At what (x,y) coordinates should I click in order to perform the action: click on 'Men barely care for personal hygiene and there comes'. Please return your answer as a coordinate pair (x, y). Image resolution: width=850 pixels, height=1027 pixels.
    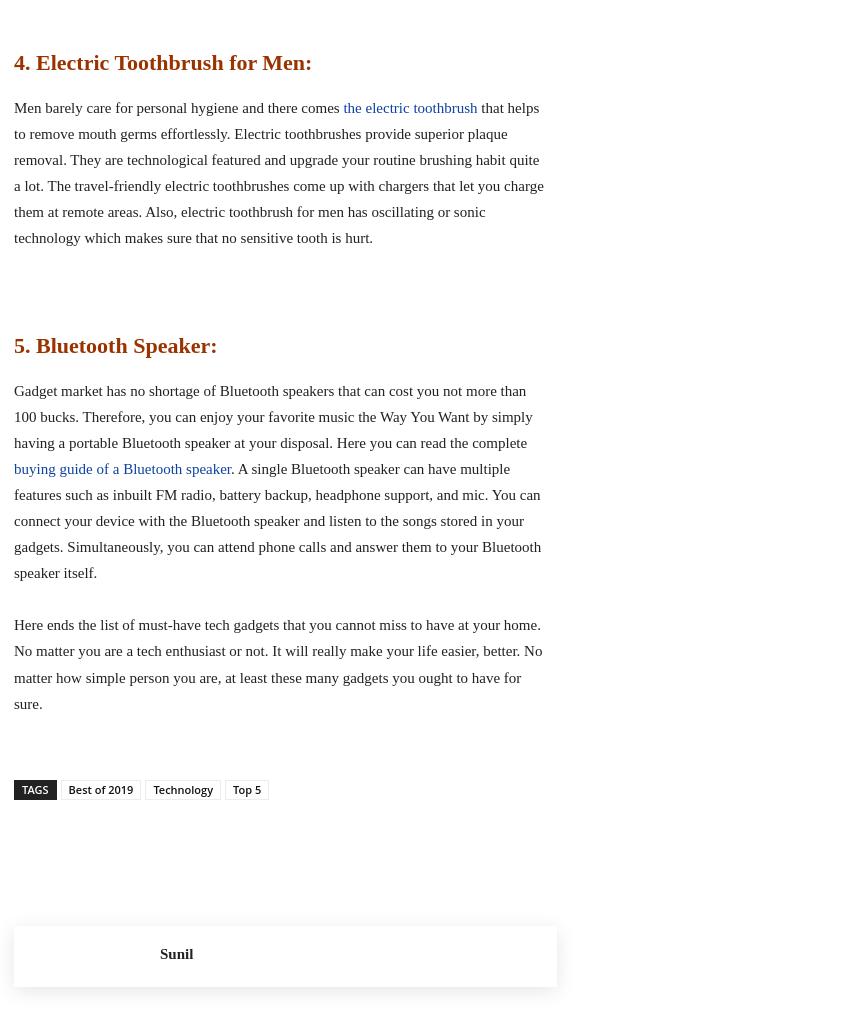
    Looking at the image, I should click on (177, 106).